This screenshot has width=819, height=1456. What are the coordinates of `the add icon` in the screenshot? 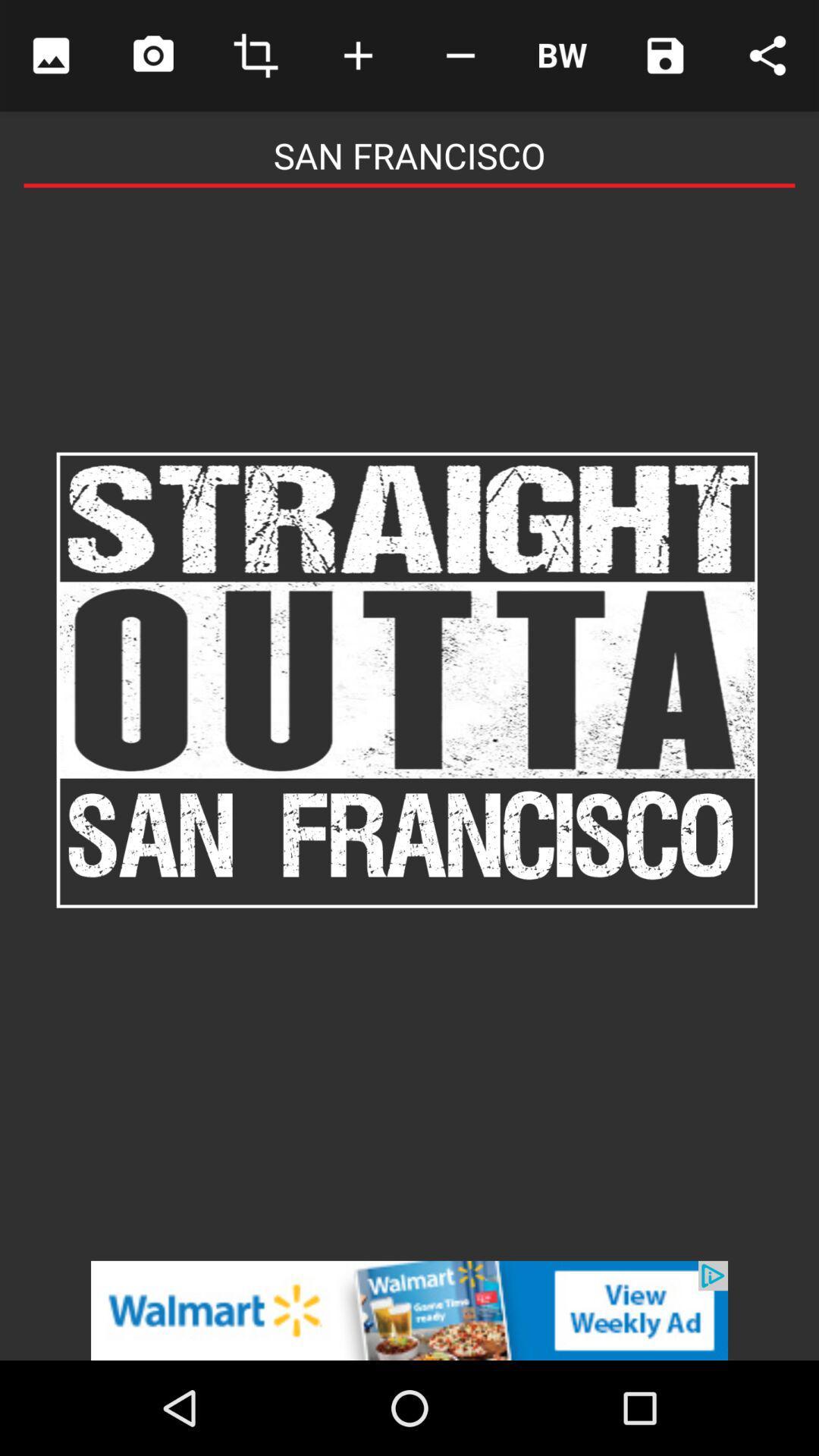 It's located at (358, 55).